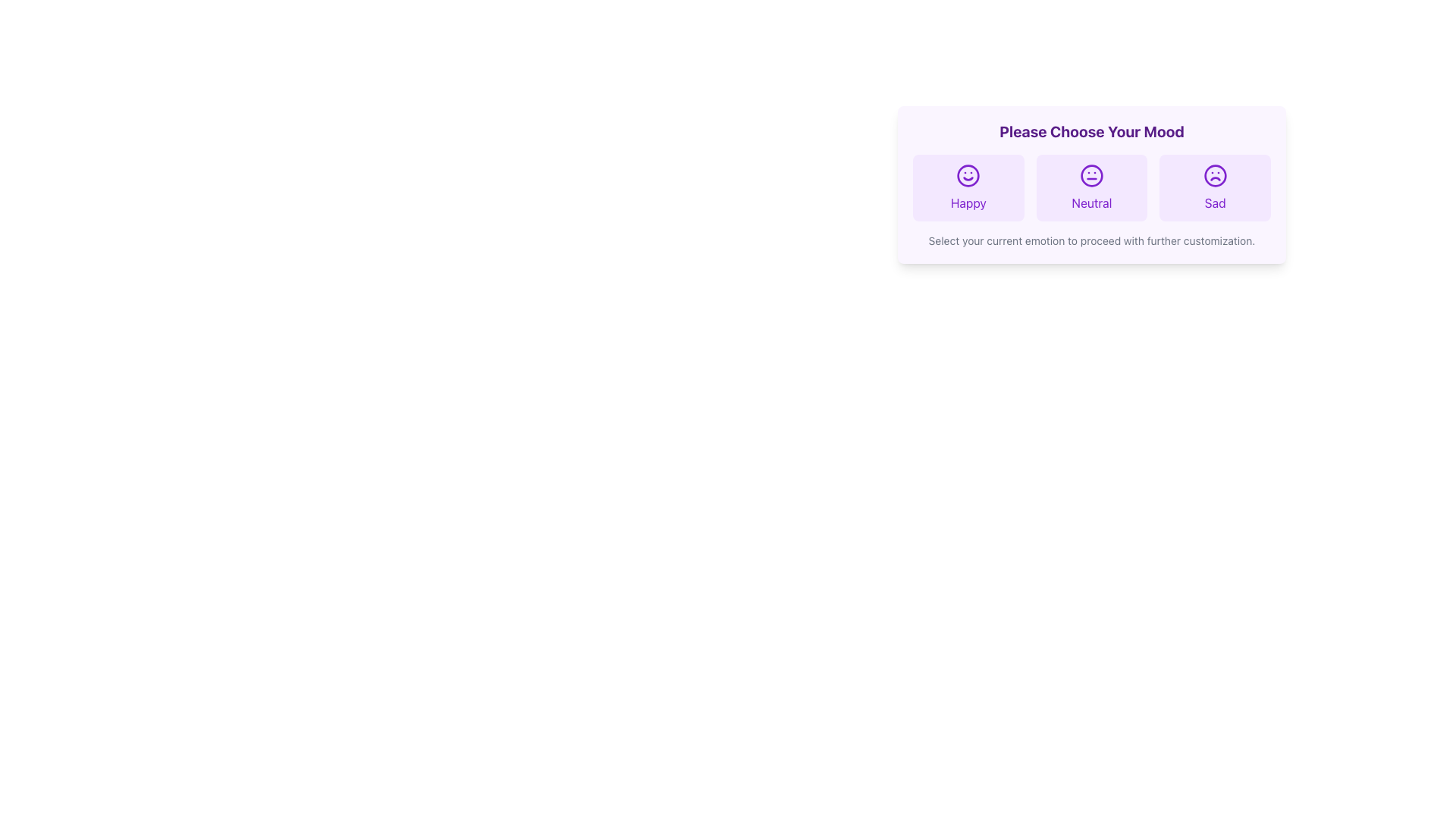  What do you see at coordinates (1092, 174) in the screenshot?
I see `the neutral mood icon, which is a circular icon with a neutral face design, located centrally in the middle slot among three mood icons` at bounding box center [1092, 174].